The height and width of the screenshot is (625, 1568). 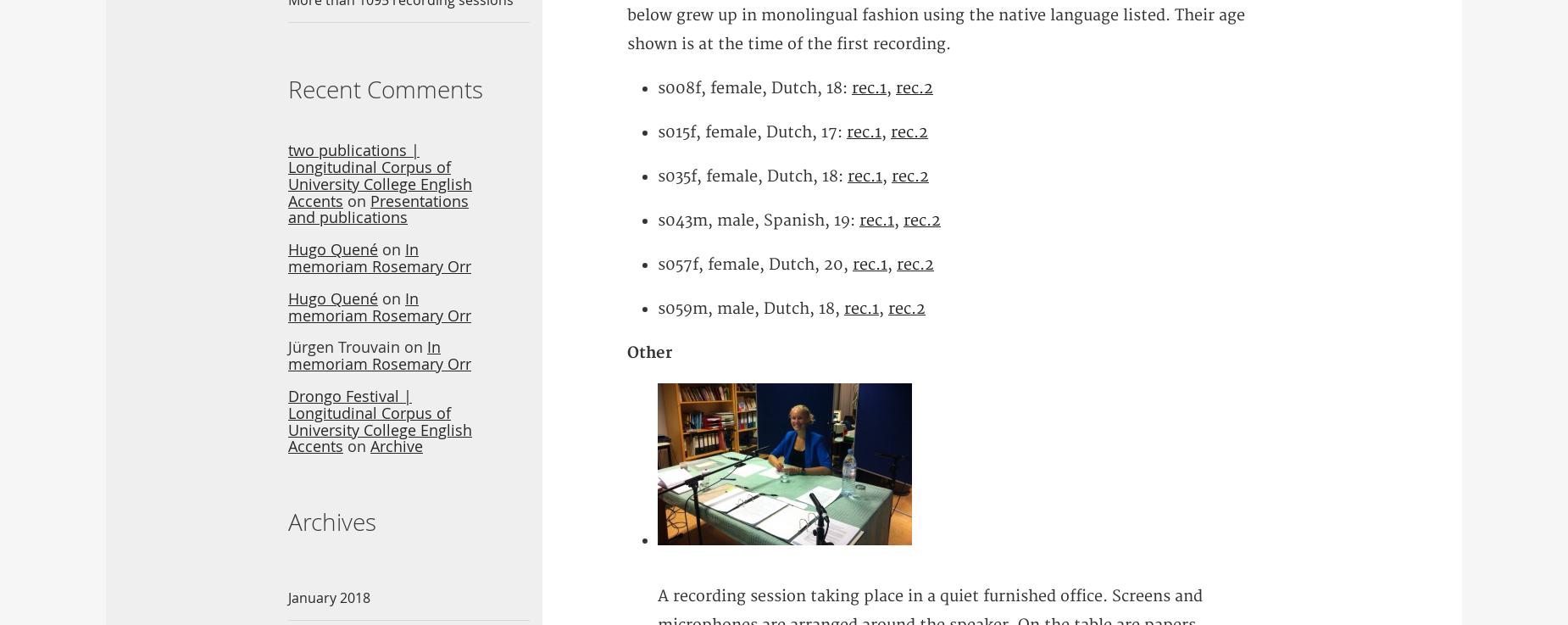 I want to click on 's043m, male, Spanish, 19:', so click(x=658, y=220).